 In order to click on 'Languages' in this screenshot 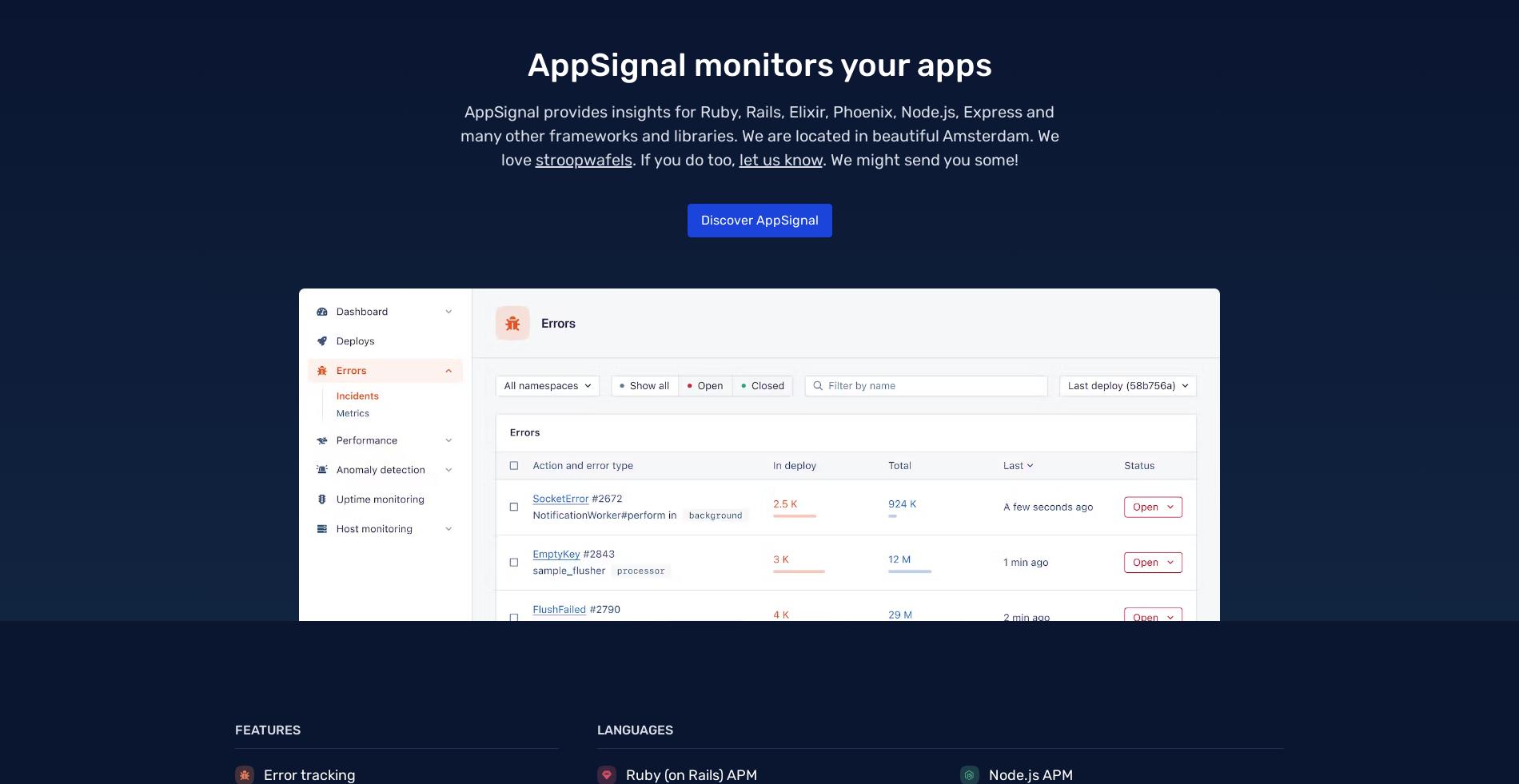, I will do `click(634, 730)`.